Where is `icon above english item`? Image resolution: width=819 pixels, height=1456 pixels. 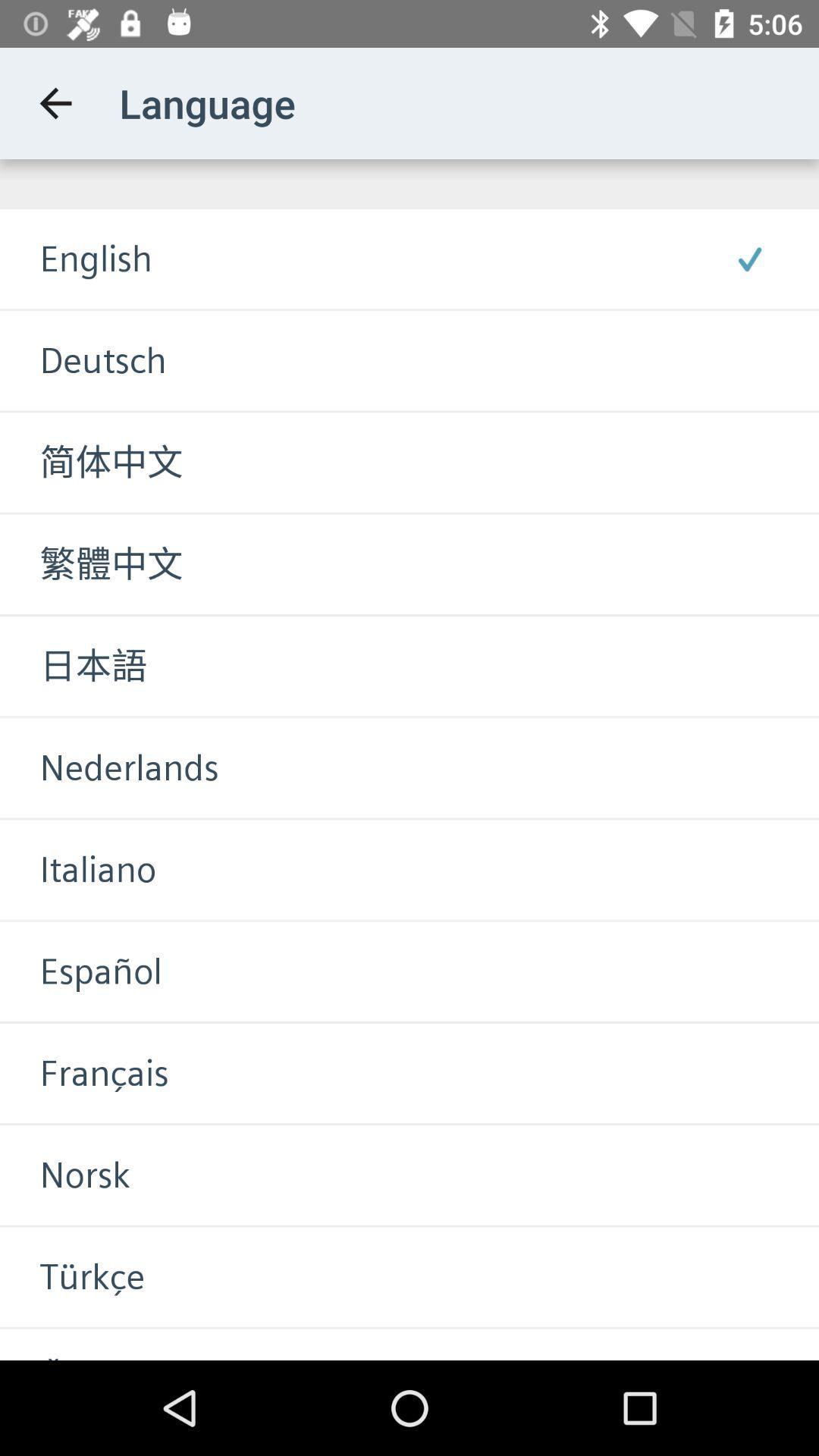
icon above english item is located at coordinates (55, 102).